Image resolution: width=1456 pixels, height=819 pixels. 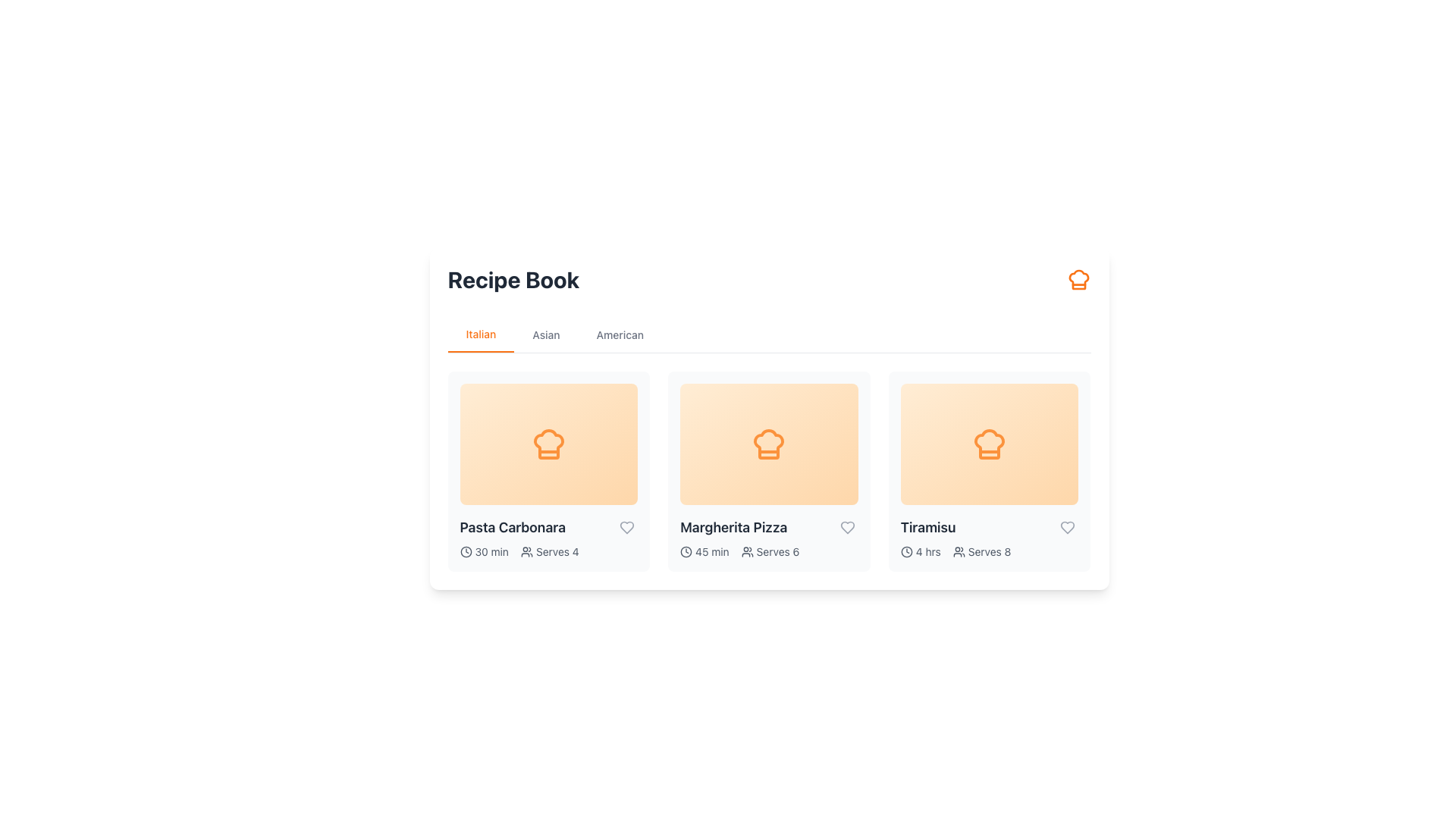 I want to click on the estimated preparation or cooking time display element, which includes a clock icon and textual label, located in the first card under the 'Italian' category in the 'Recipe Book' section, so click(x=483, y=552).